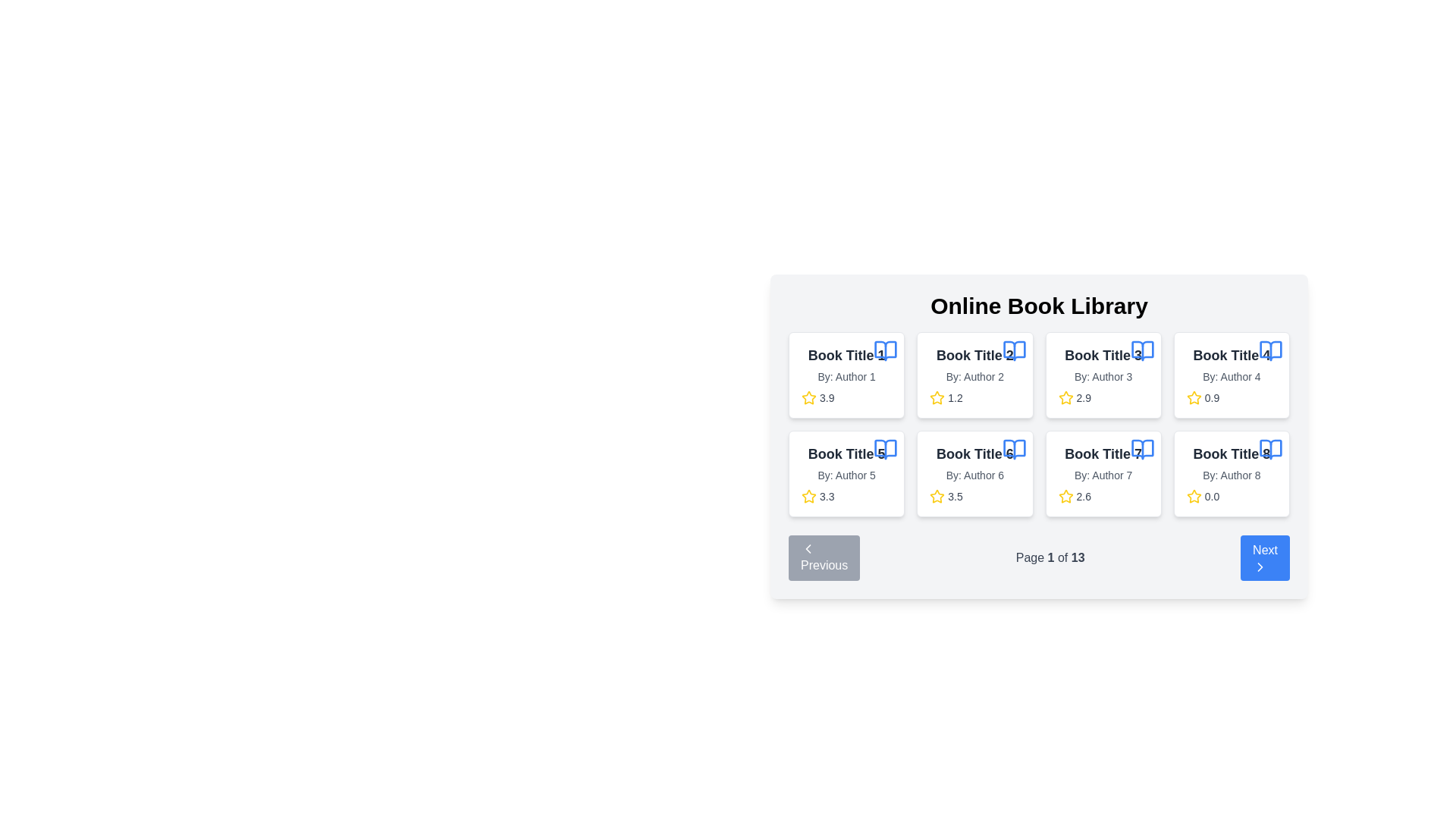 The width and height of the screenshot is (1456, 819). What do you see at coordinates (1065, 496) in the screenshot?
I see `the outlined yellow star icon with a red central marker, which represents the rating for 'Book Title 7' in the Online Book Library` at bounding box center [1065, 496].